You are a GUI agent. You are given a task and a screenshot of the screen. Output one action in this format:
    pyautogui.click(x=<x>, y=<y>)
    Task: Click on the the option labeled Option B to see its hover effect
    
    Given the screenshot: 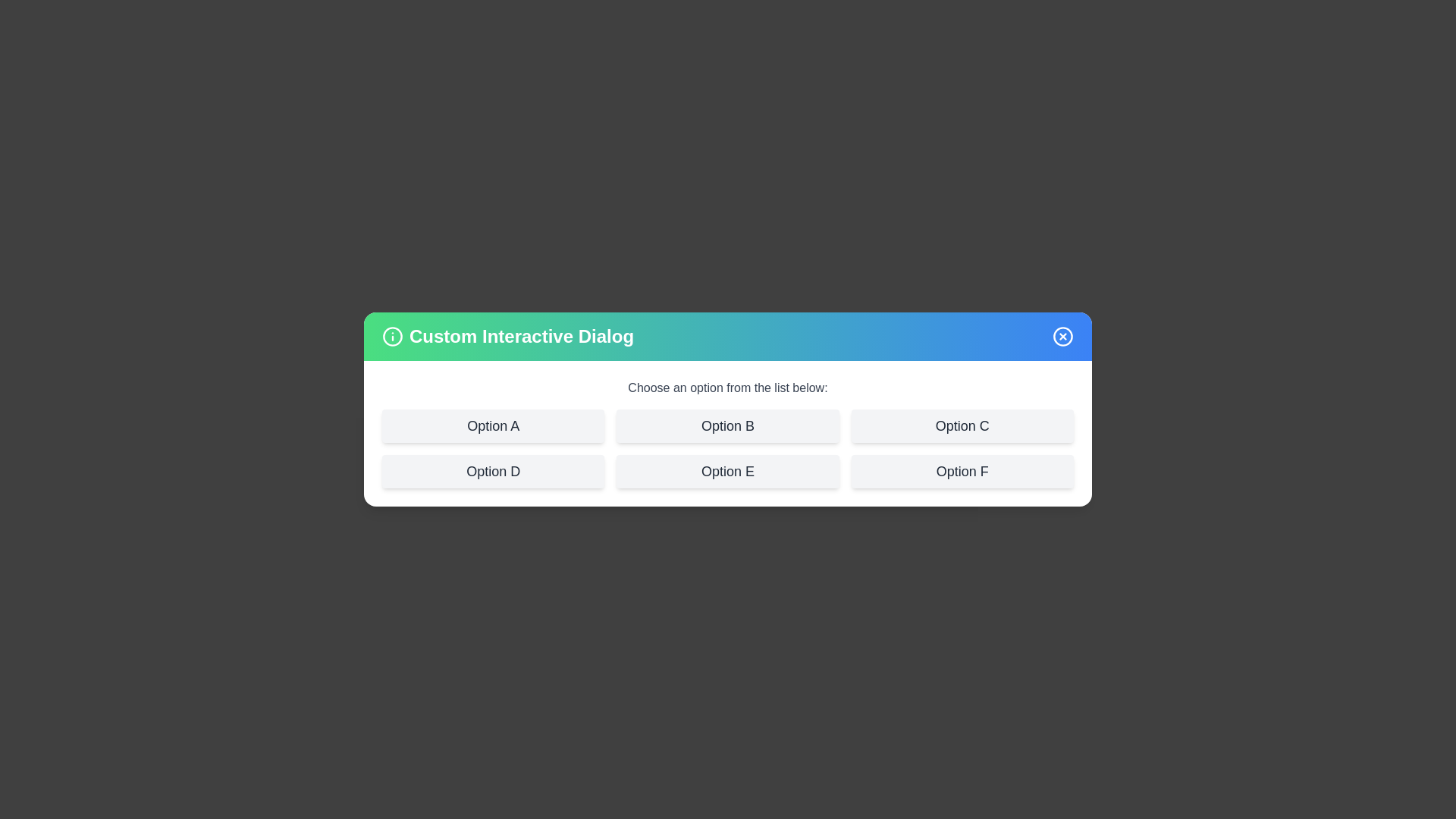 What is the action you would take?
    pyautogui.click(x=728, y=426)
    